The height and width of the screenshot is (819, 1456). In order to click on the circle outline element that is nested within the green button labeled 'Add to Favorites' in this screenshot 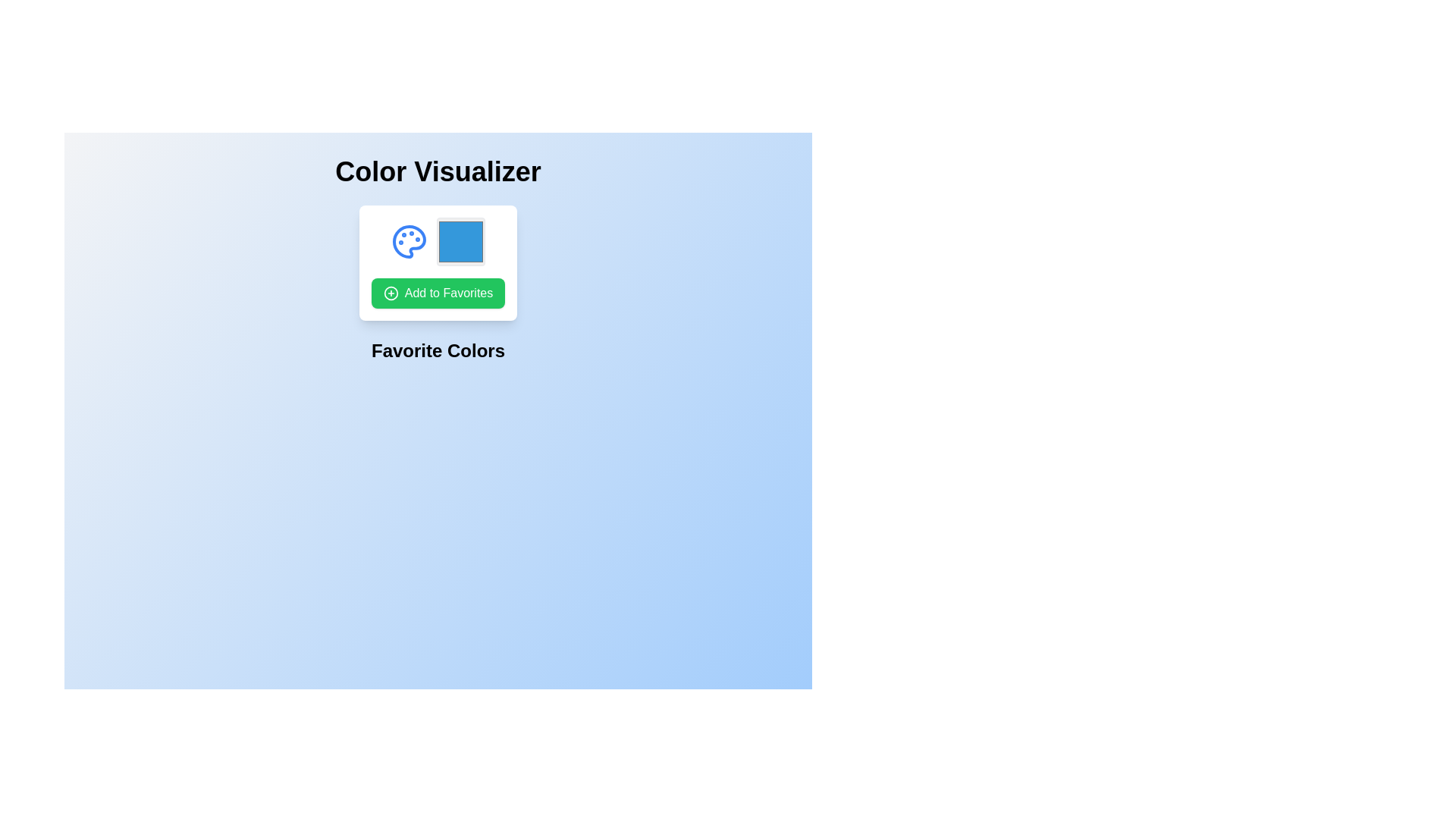, I will do `click(391, 293)`.